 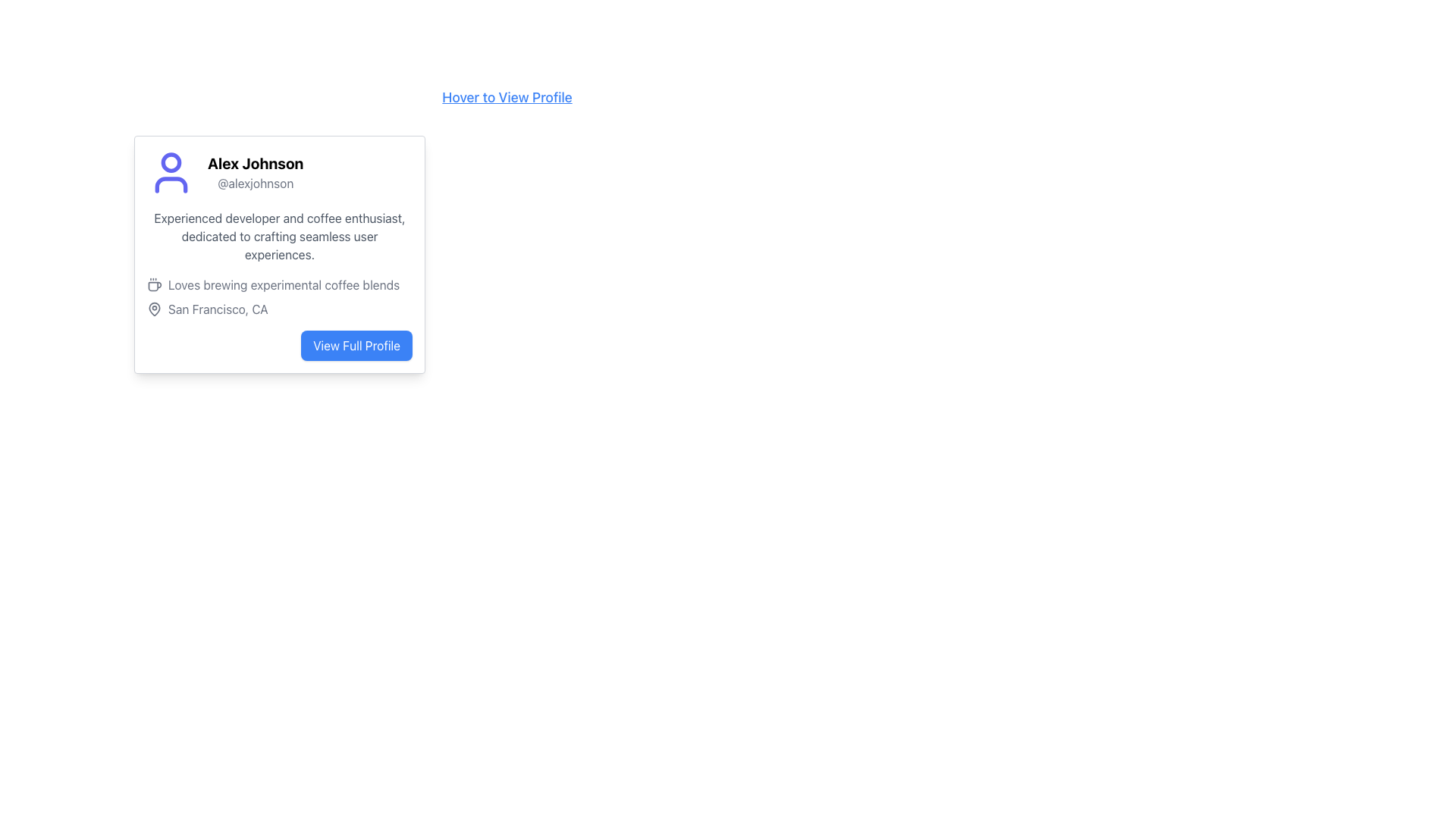 What do you see at coordinates (256, 164) in the screenshot?
I see `the user's name label, which prominently displays the identifier within the user’s profile section, located at the top of the profile card` at bounding box center [256, 164].